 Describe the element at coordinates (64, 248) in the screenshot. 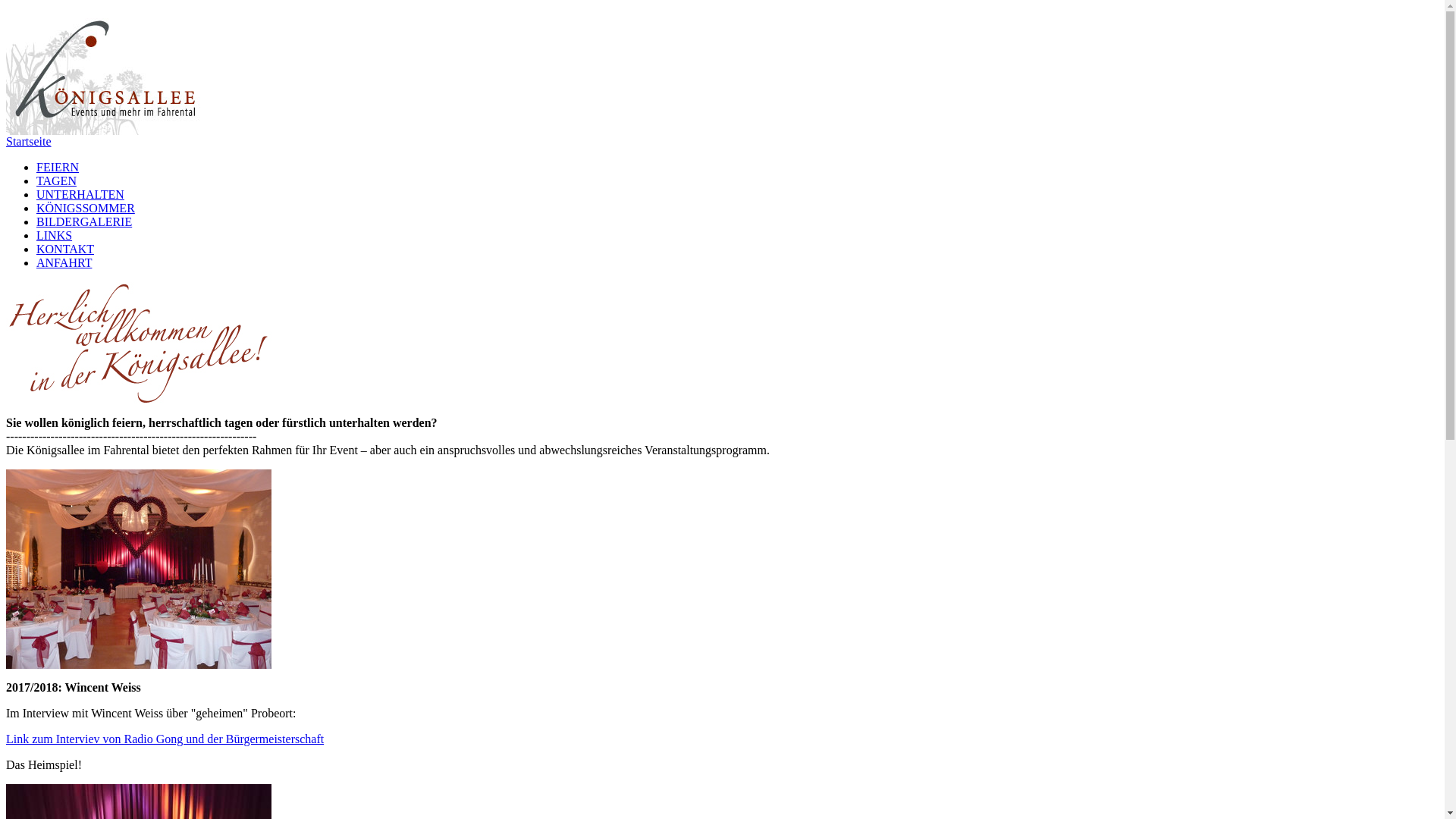

I see `'KONTAKT'` at that location.